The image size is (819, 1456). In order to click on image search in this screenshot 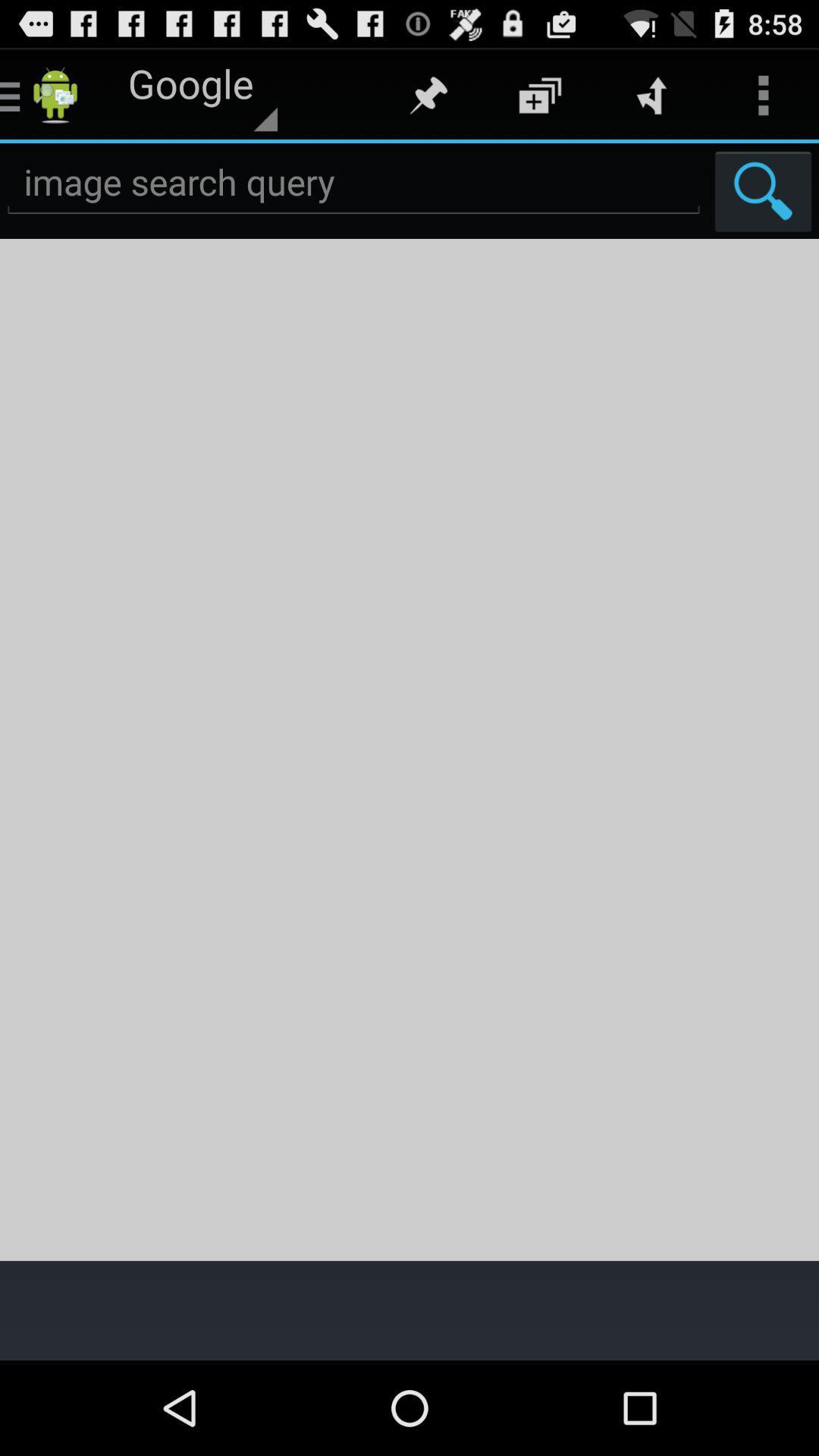, I will do `click(353, 182)`.